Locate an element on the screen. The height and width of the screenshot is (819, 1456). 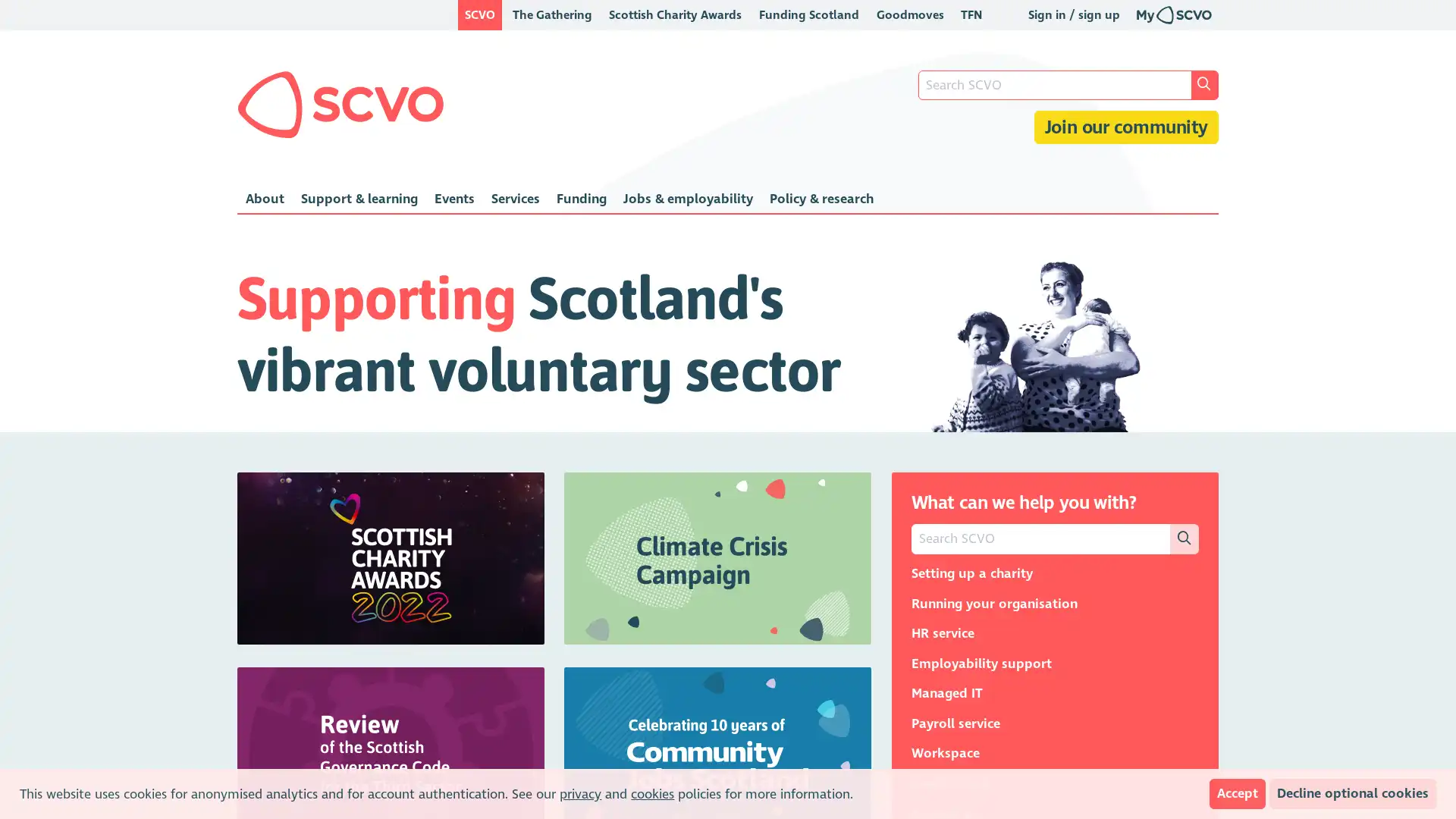
Accept is located at coordinates (1237, 792).